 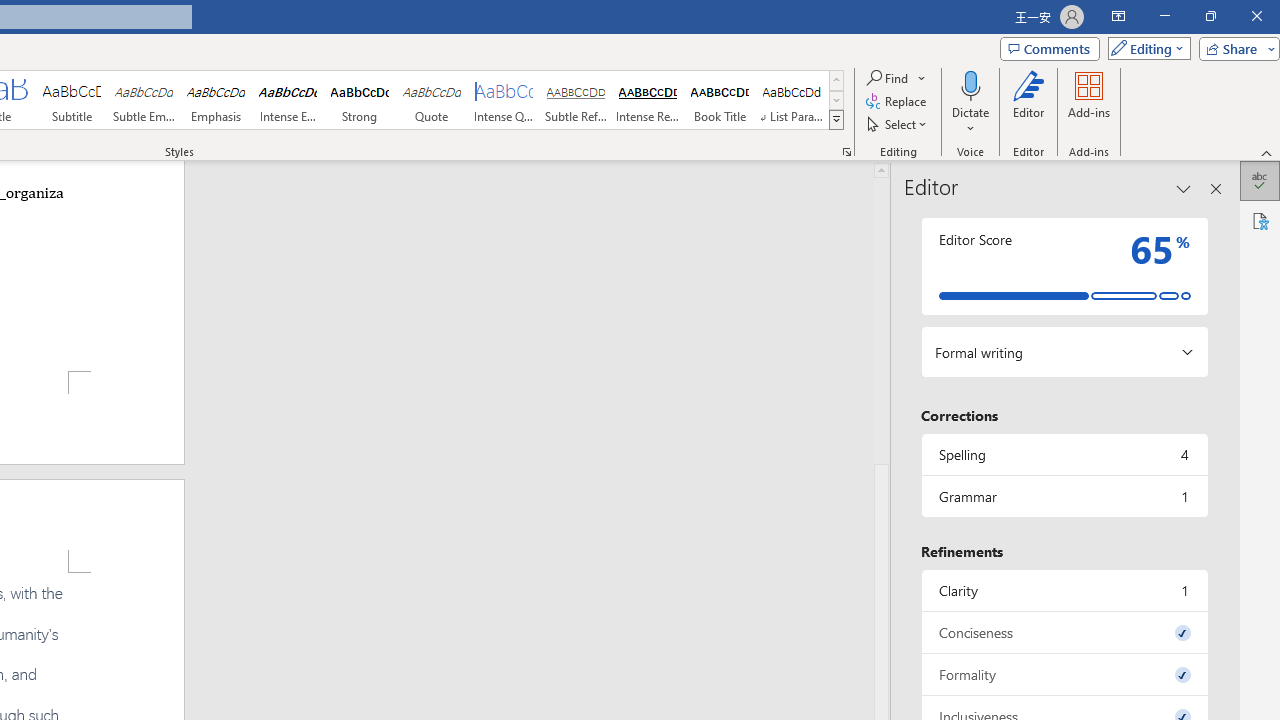 I want to click on 'Subtle Emphasis', so click(x=143, y=100).